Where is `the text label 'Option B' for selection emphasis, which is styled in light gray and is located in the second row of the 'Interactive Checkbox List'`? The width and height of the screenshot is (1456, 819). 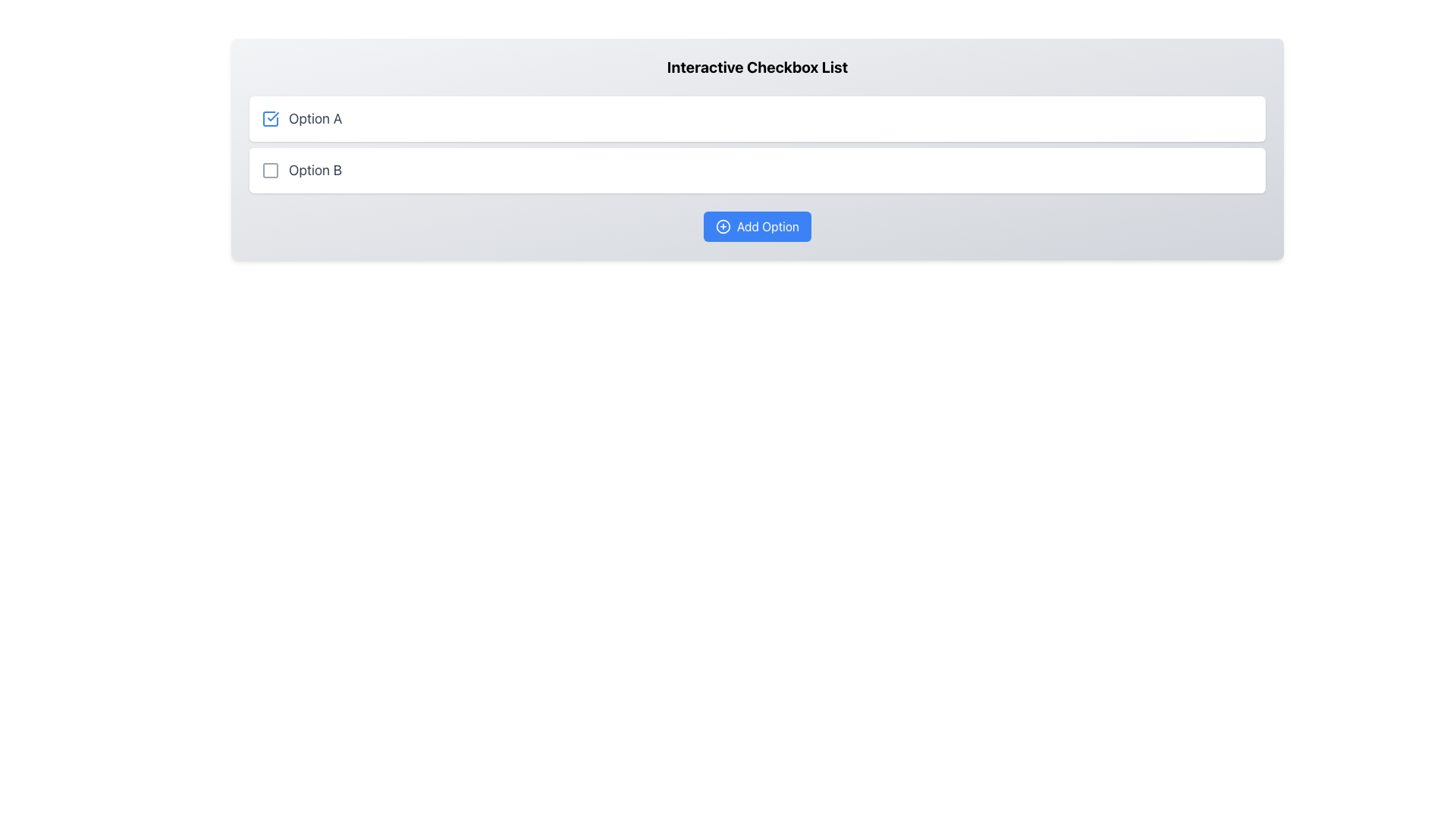
the text label 'Option B' for selection emphasis, which is styled in light gray and is located in the second row of the 'Interactive Checkbox List' is located at coordinates (315, 170).